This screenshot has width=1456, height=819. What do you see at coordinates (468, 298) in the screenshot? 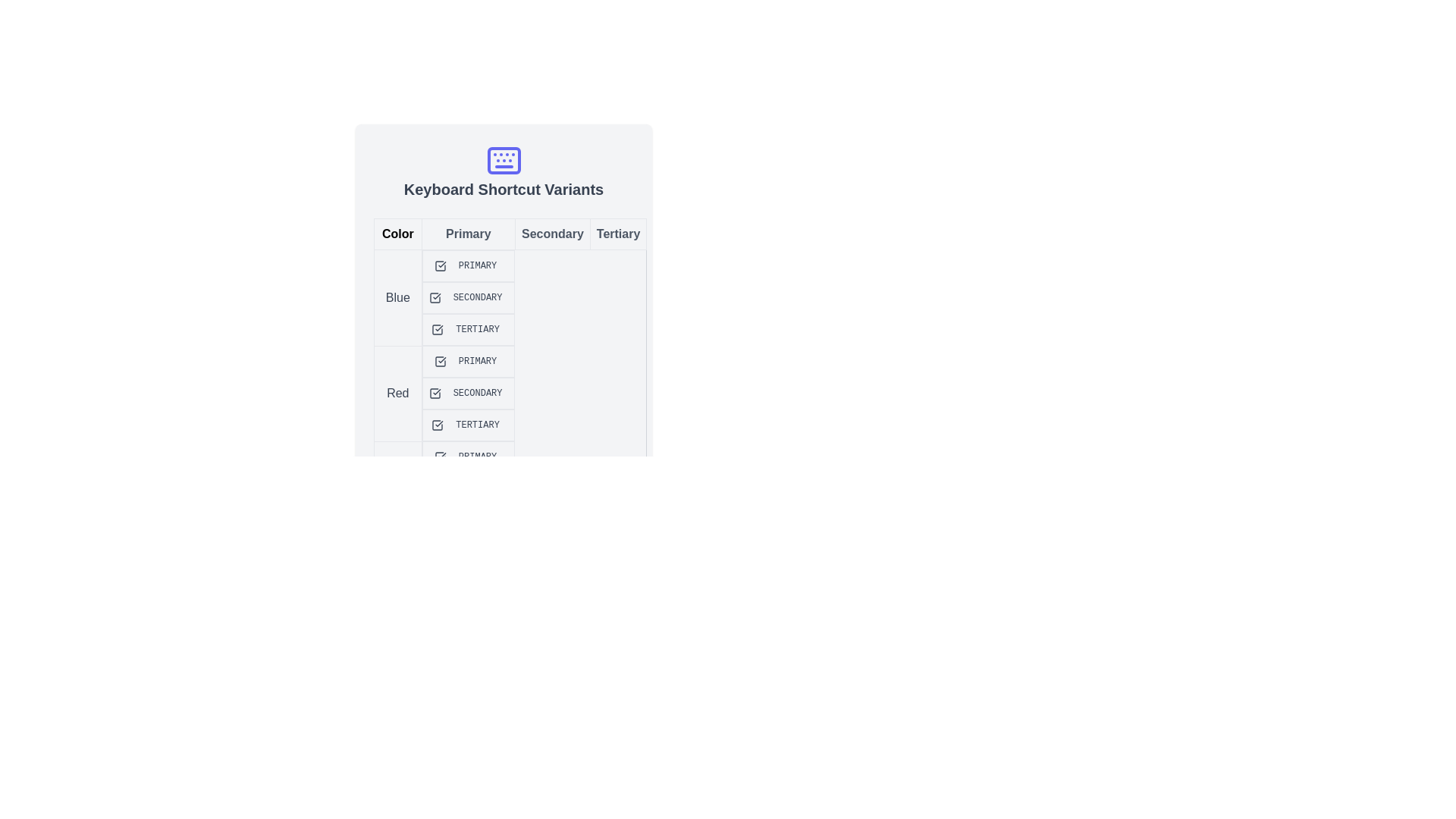
I see `the text label displaying 'SECONDARY' in blue, located in the 'Blue' section under the 'Secondary' column` at bounding box center [468, 298].